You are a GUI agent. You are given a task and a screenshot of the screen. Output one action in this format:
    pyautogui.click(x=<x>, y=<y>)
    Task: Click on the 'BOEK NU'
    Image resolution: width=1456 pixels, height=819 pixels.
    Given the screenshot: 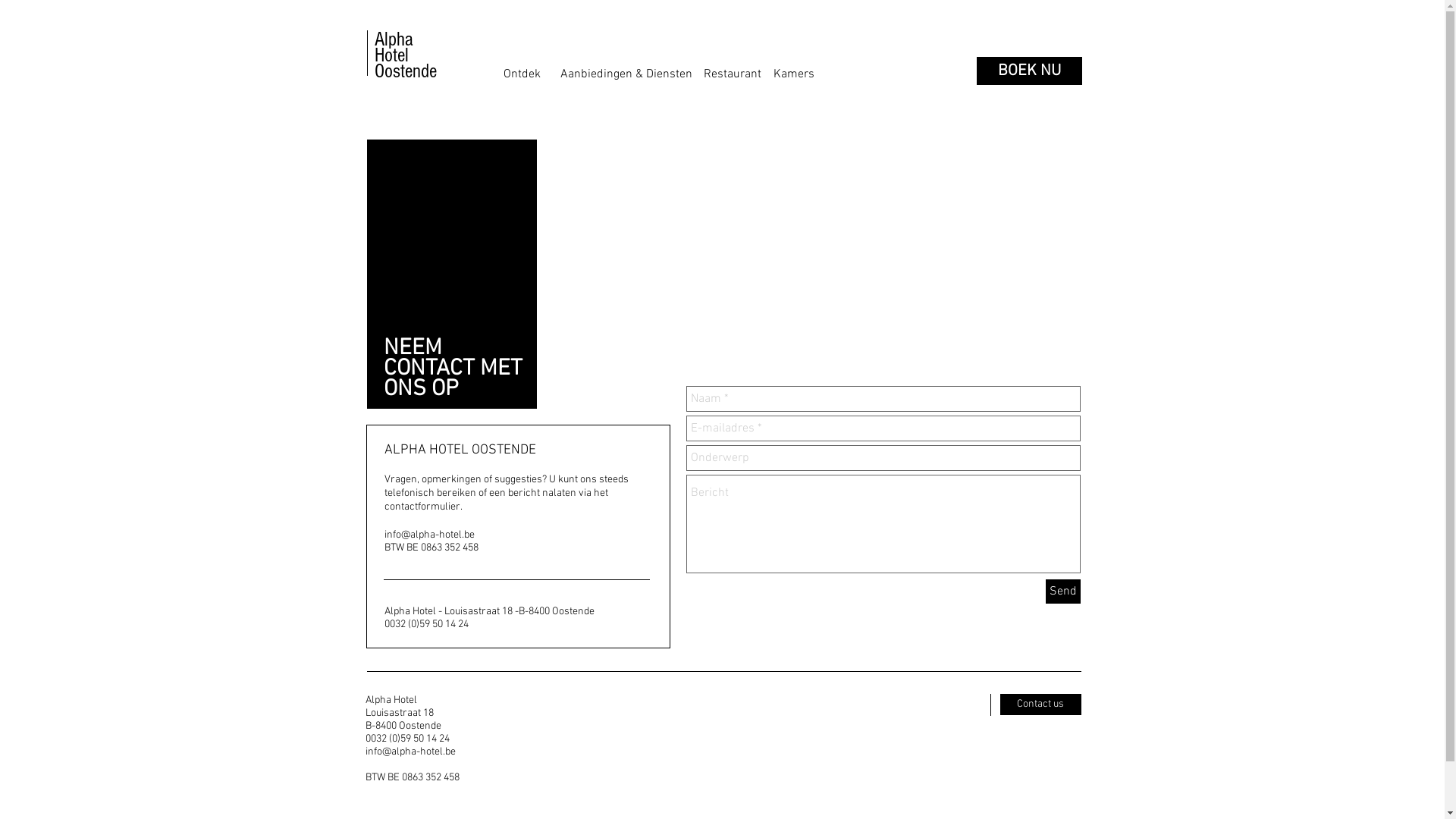 What is the action you would take?
    pyautogui.click(x=1029, y=71)
    